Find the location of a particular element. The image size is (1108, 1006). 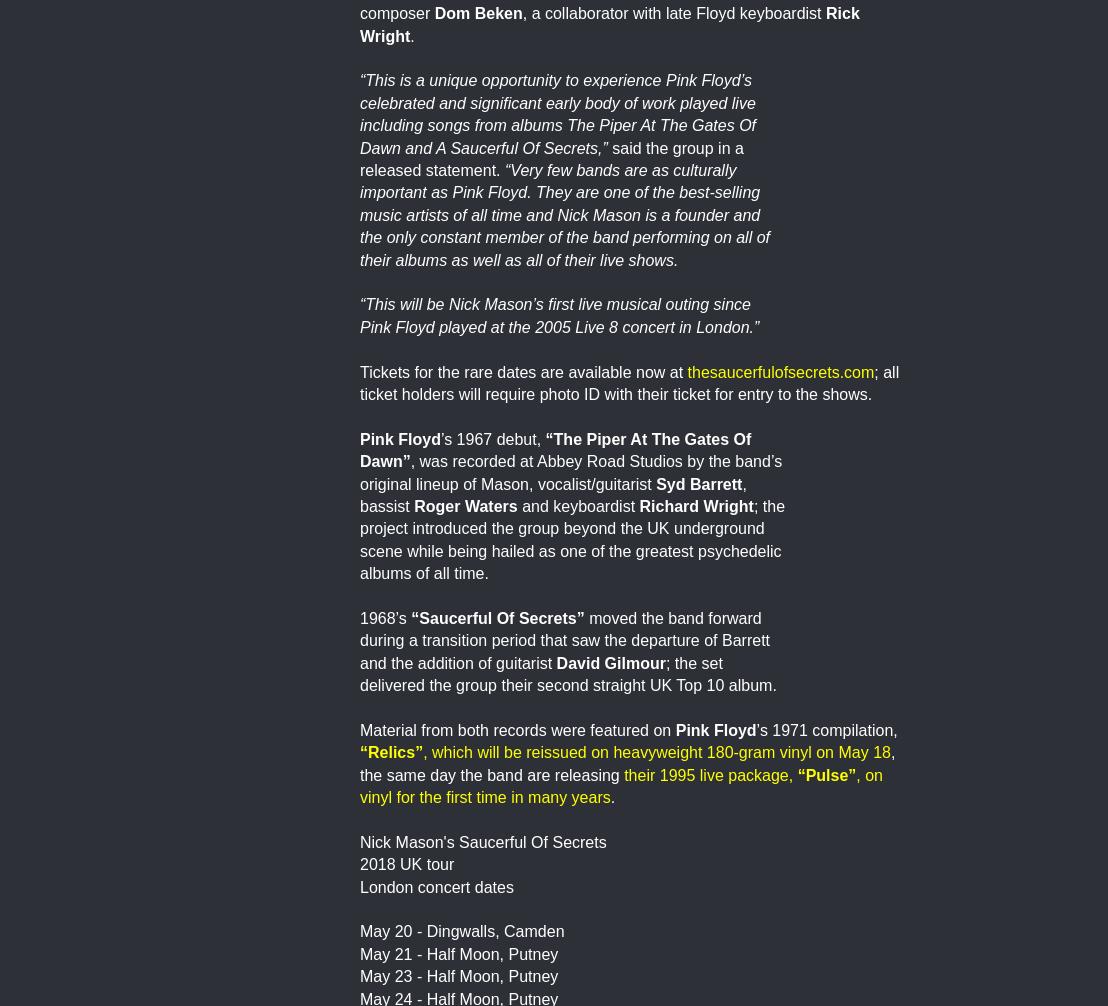

', was recorded at Abbey Road Studios by the band’s original lineup of Mason, vocalist/guitarist' is located at coordinates (570, 471).